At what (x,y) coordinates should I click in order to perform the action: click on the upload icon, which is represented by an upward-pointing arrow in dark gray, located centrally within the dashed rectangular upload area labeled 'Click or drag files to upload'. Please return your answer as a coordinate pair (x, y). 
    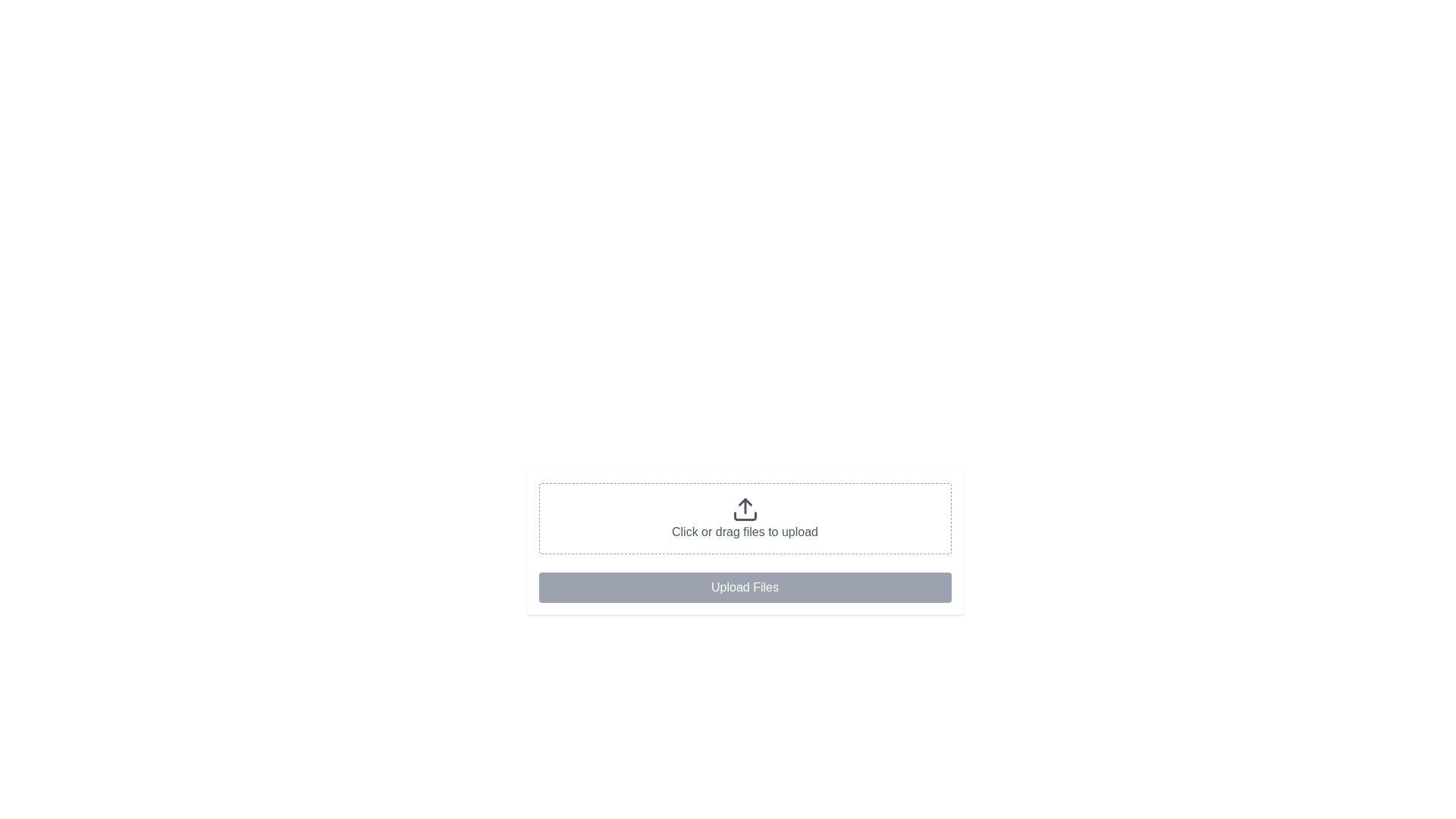
    Looking at the image, I should click on (745, 509).